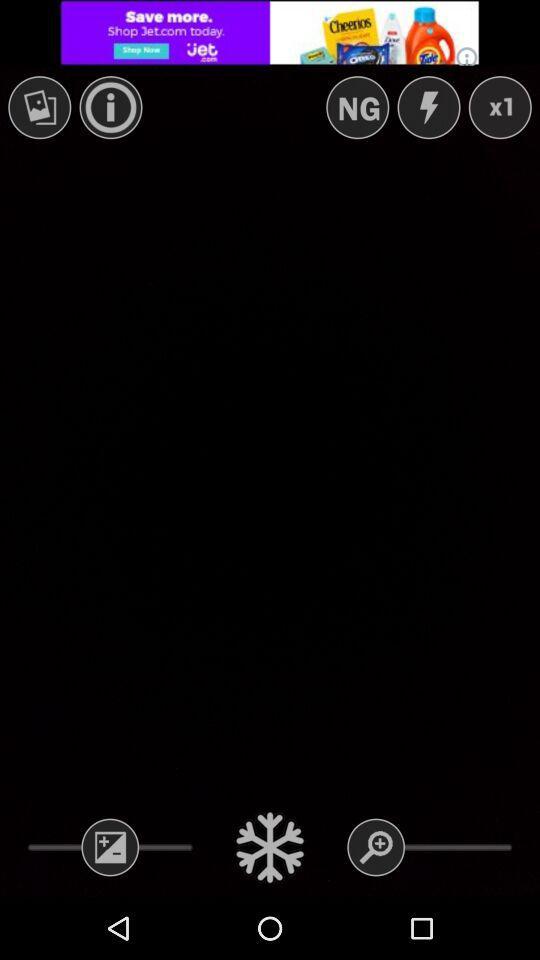  I want to click on the wallpaper icon, so click(39, 107).